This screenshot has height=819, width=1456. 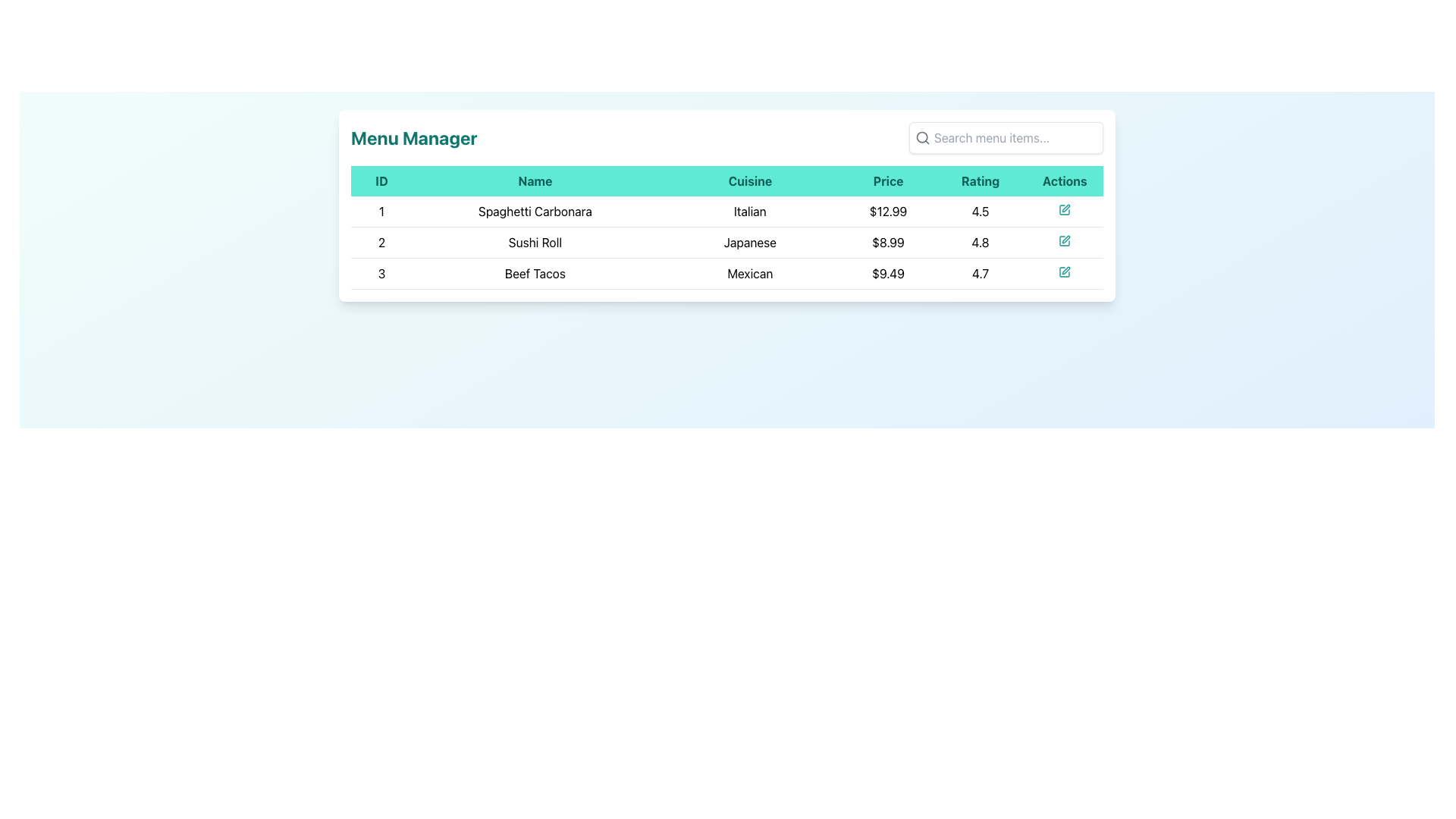 I want to click on the price label for 'Beef Tacos' located in the third row of the menu table, positioned under the 'Price' column, so click(x=888, y=274).